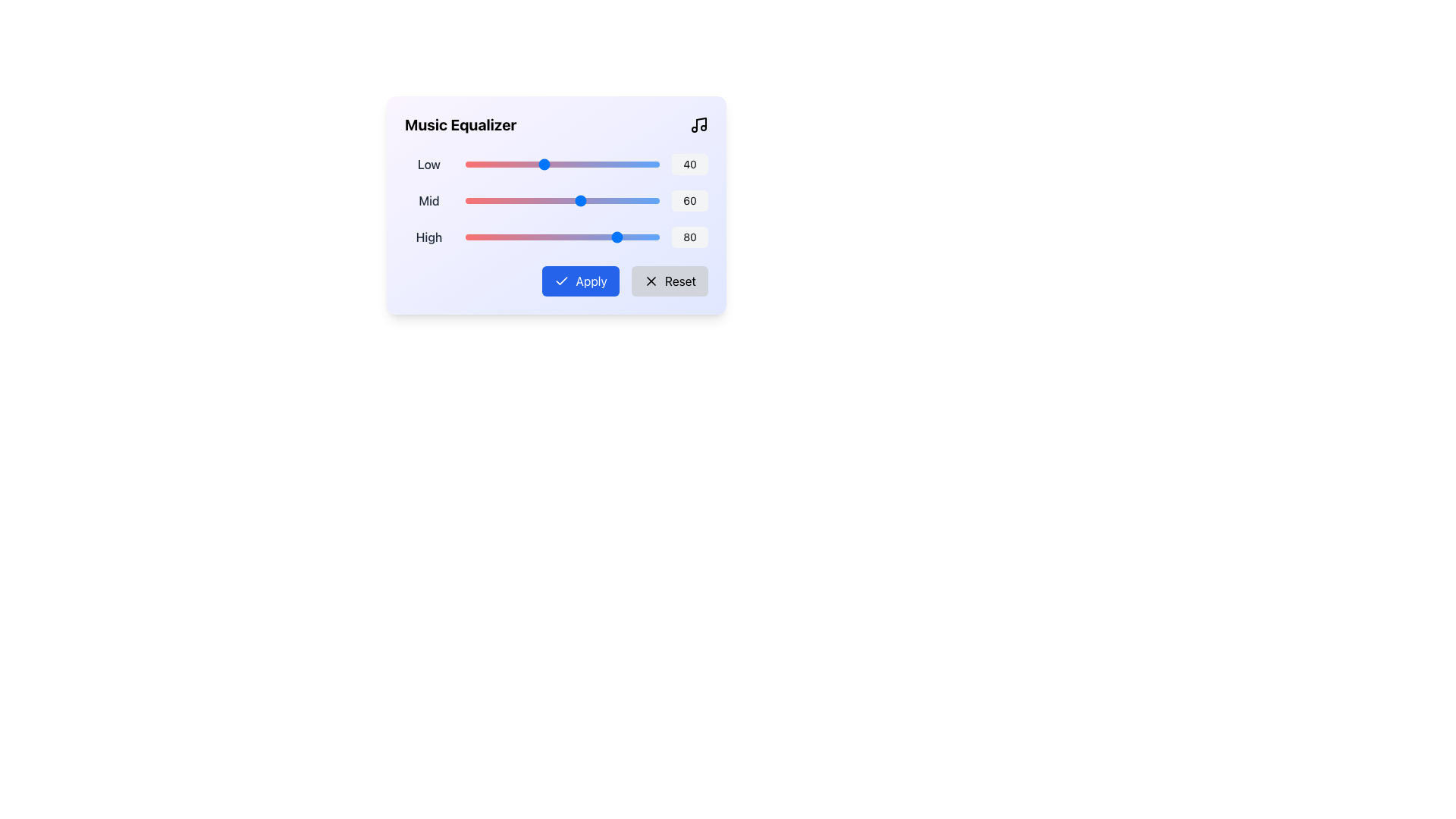  I want to click on the label that indicates the 'Mid' level of the equalizer settings, positioned to the left of the horizontal slider displaying a numerical value '60', so click(428, 200).